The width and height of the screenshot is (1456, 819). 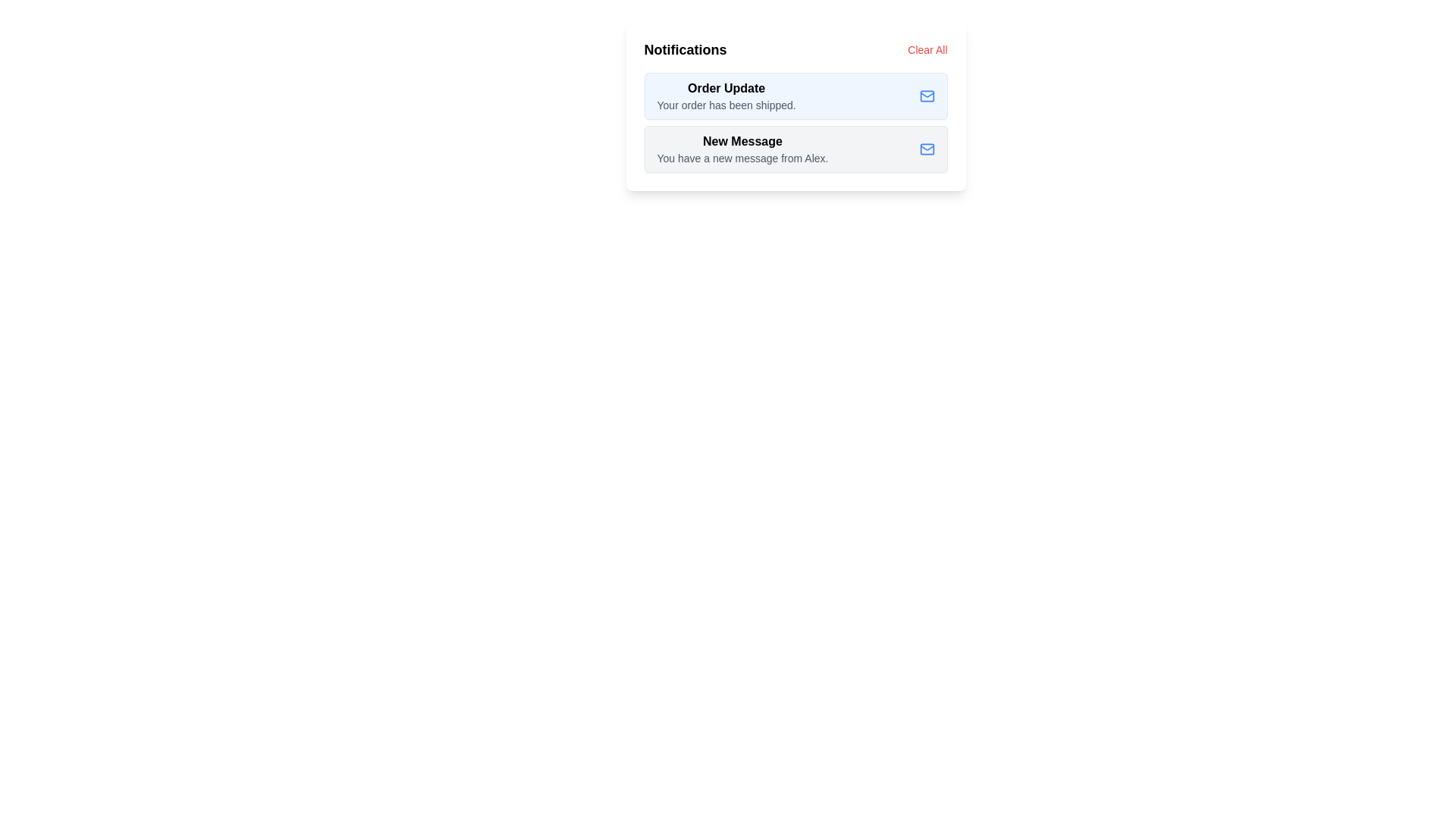 I want to click on notification text label displaying the shipment status of the user's order, located below the 'Order Update' label in the top-center of the page, so click(x=726, y=104).